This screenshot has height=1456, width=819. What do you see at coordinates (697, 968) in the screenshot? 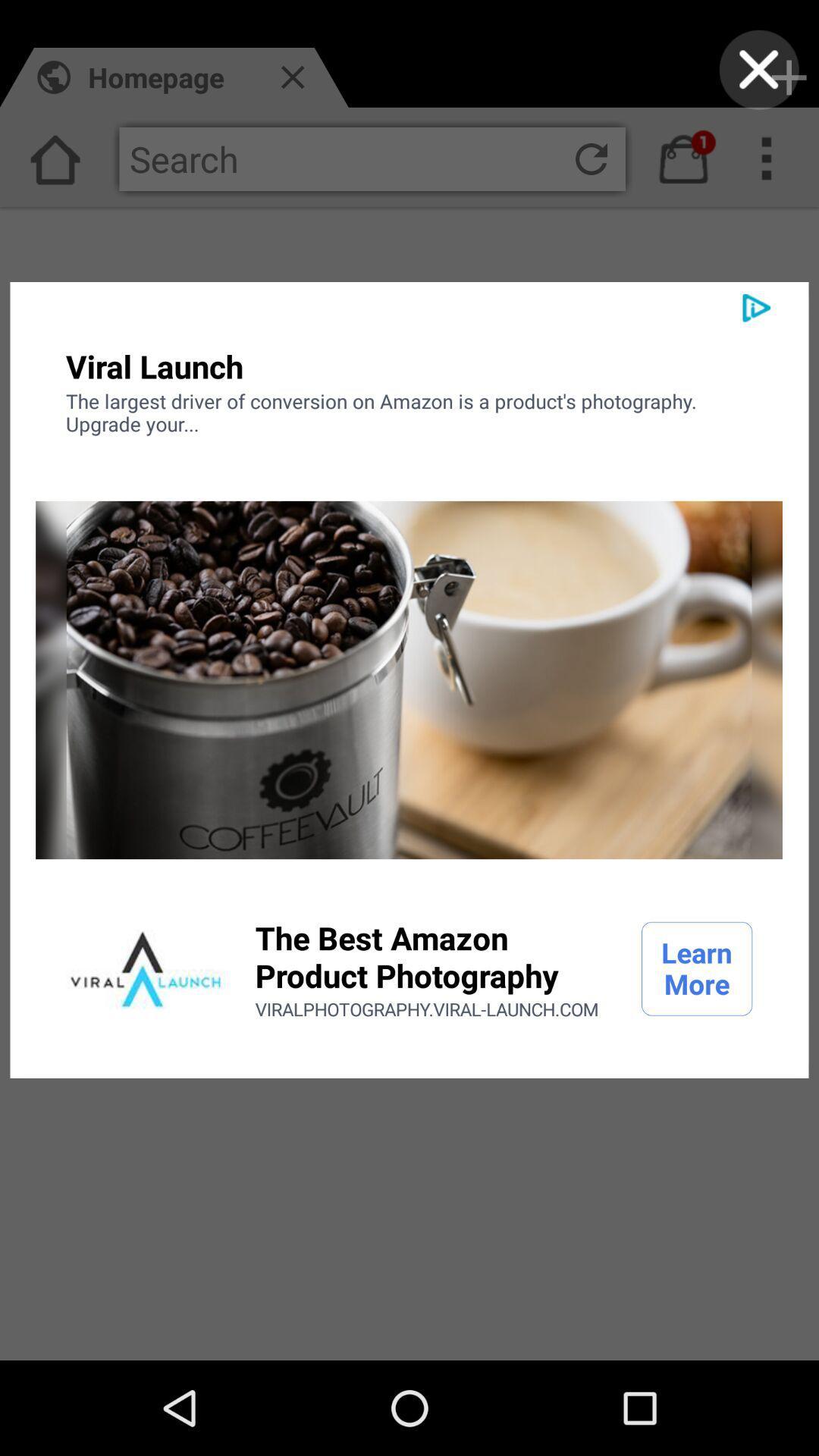
I see `learn more` at bounding box center [697, 968].